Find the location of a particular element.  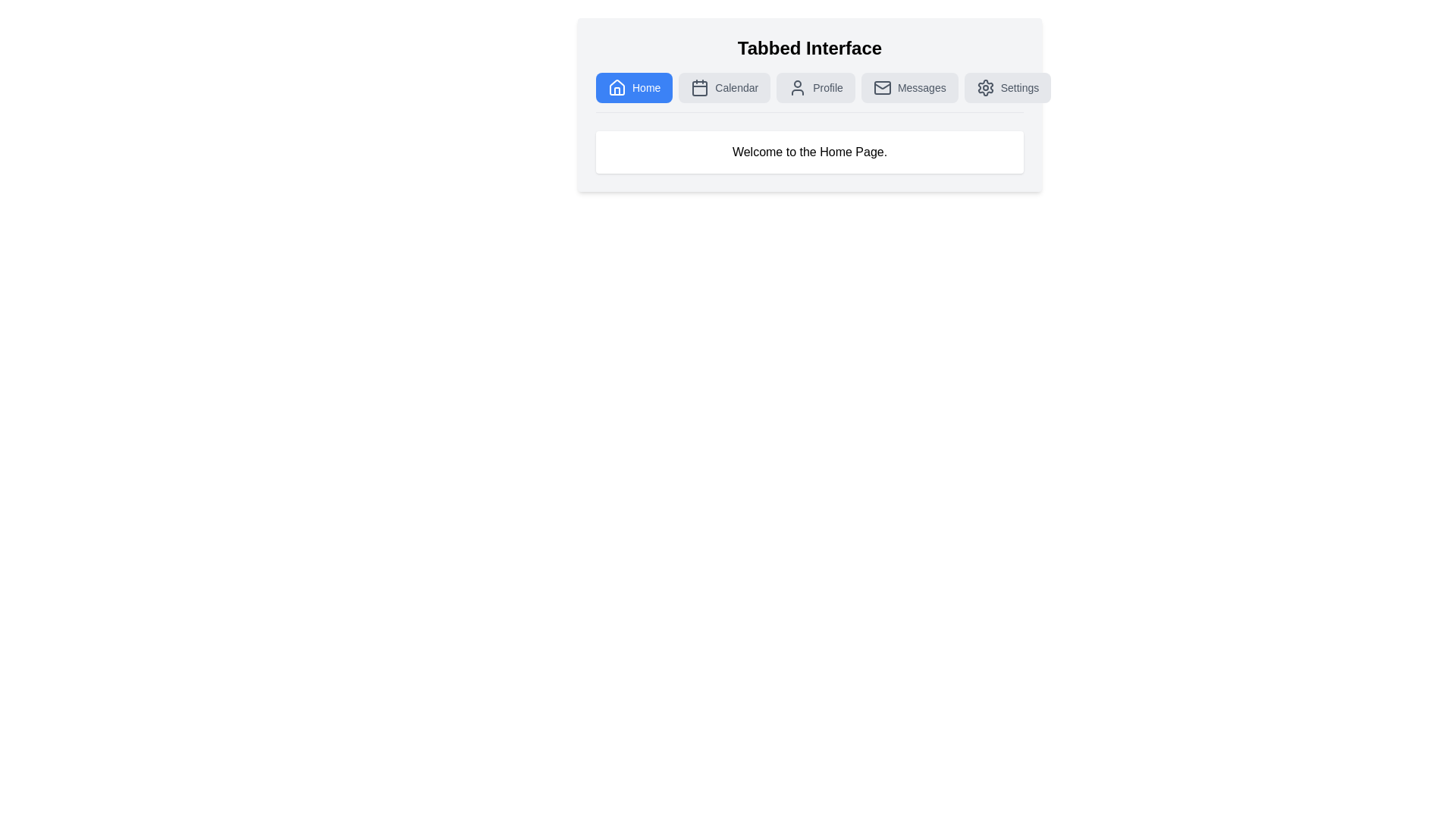

the navigation button located at the far right of the horizontal navigation bar is located at coordinates (1008, 87).